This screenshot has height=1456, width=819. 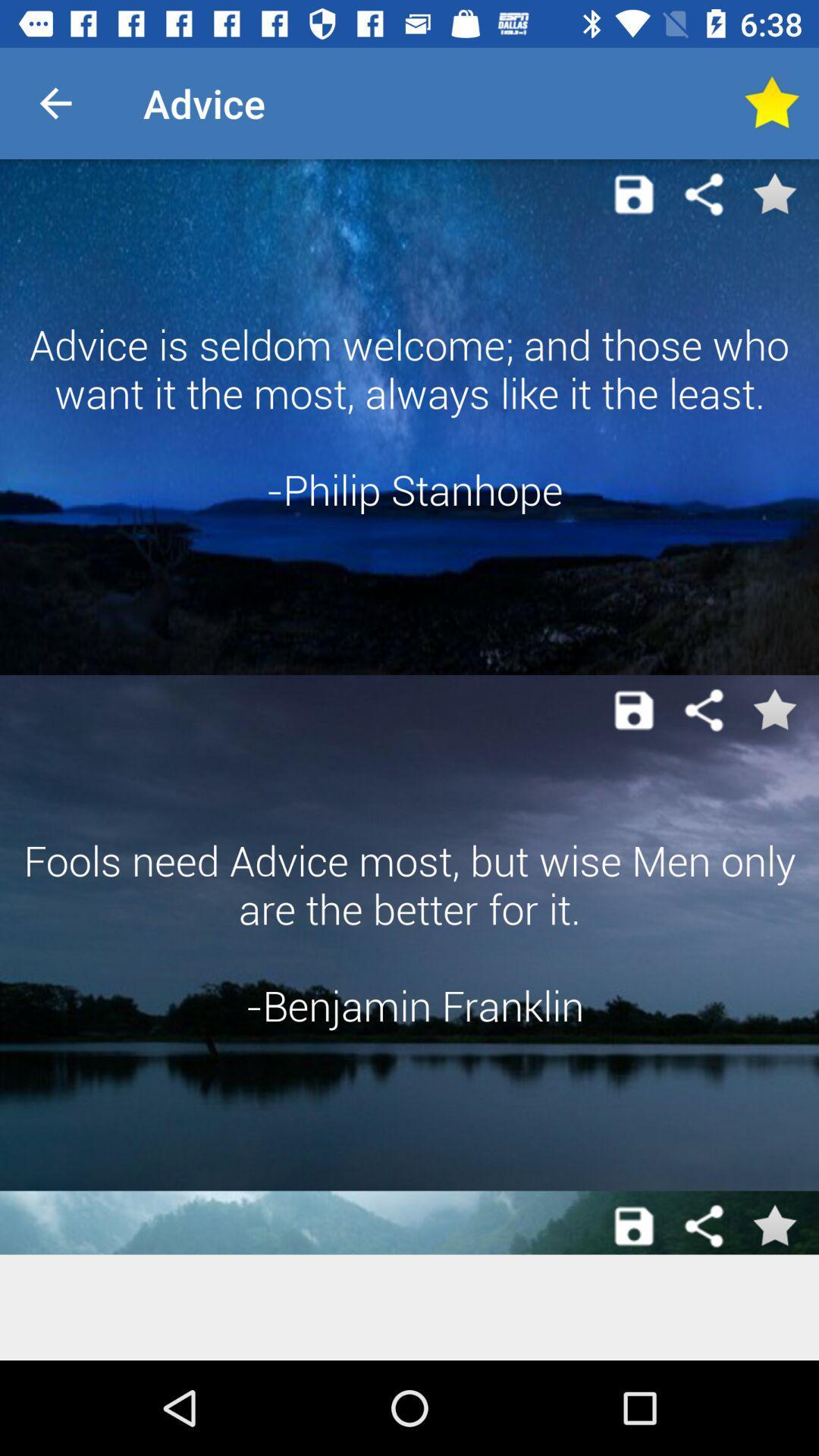 I want to click on mark as favourite, so click(x=771, y=102).